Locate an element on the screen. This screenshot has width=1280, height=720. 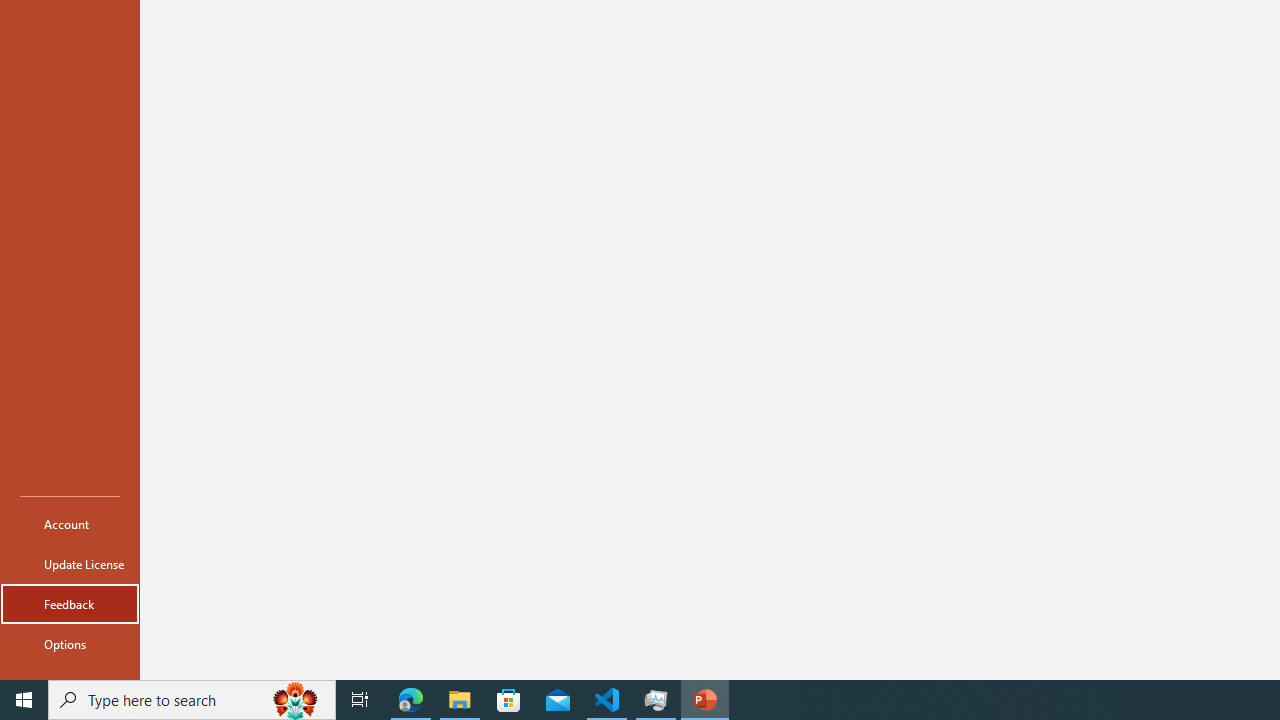
'Feedback' is located at coordinates (69, 603).